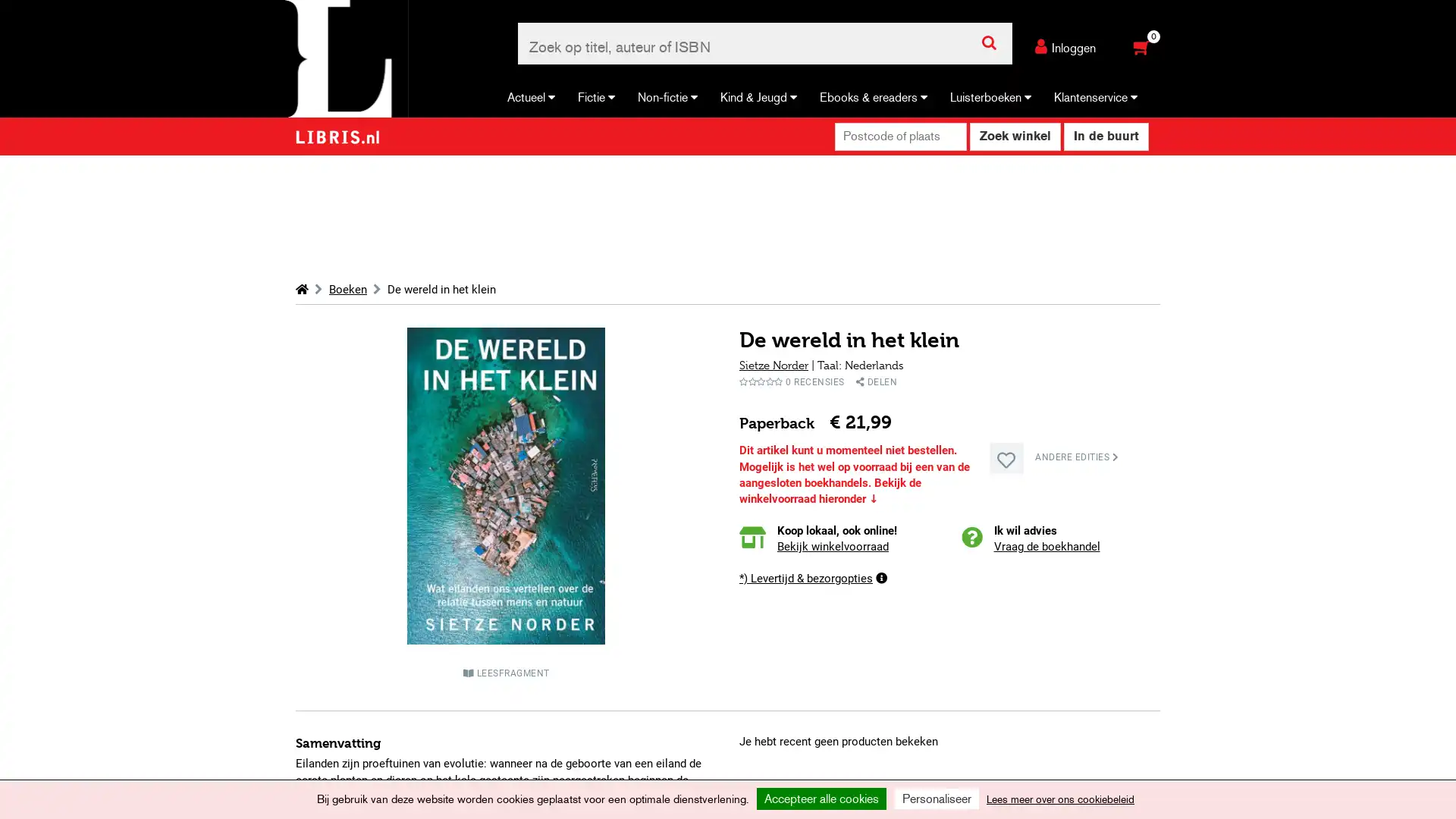 Image resolution: width=1456 pixels, height=819 pixels. I want to click on Accepteer alle cookies, so click(821, 798).